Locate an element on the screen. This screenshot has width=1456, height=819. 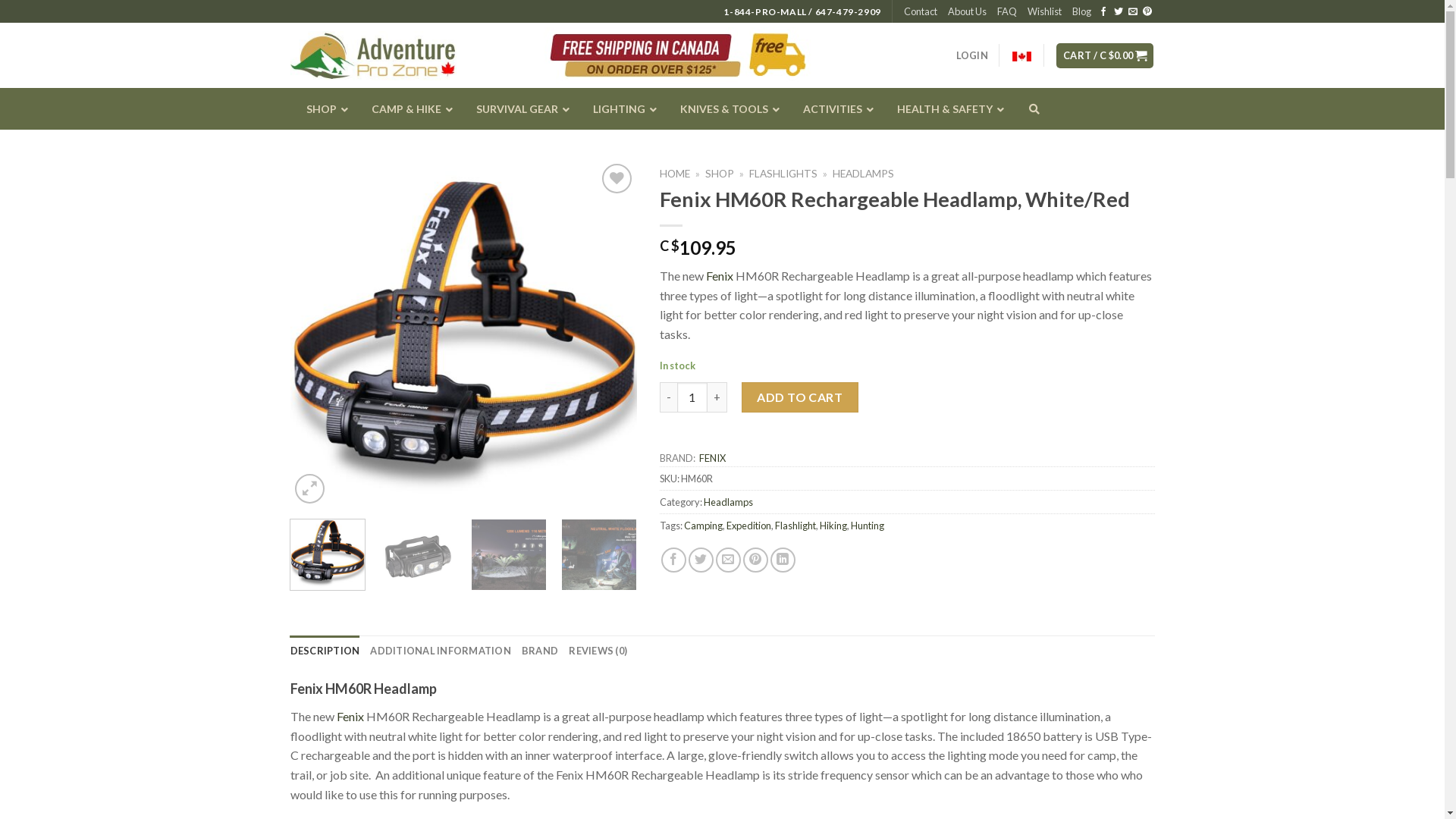
'Expedition' is located at coordinates (726, 525).